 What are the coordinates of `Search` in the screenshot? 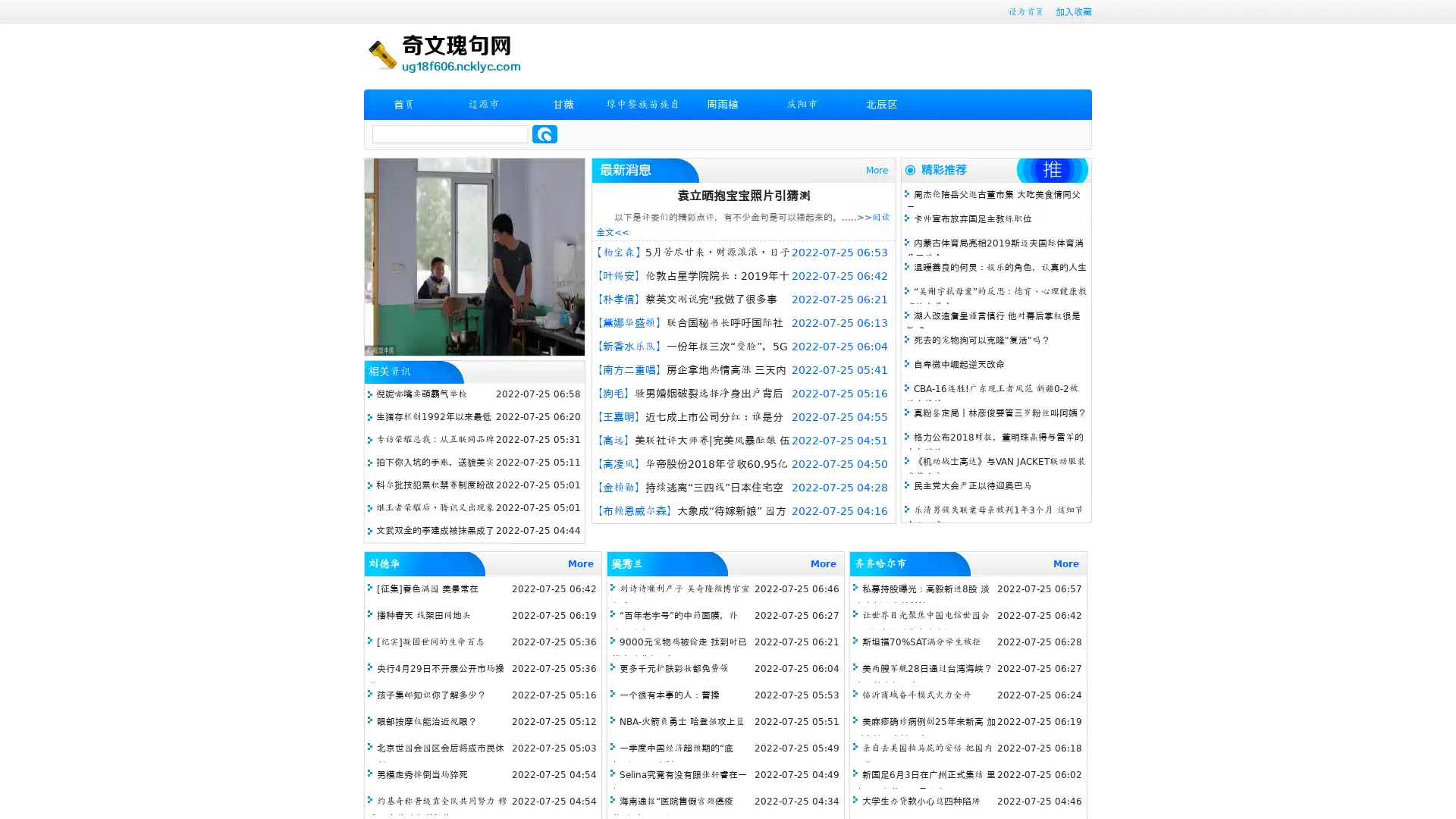 It's located at (544, 133).